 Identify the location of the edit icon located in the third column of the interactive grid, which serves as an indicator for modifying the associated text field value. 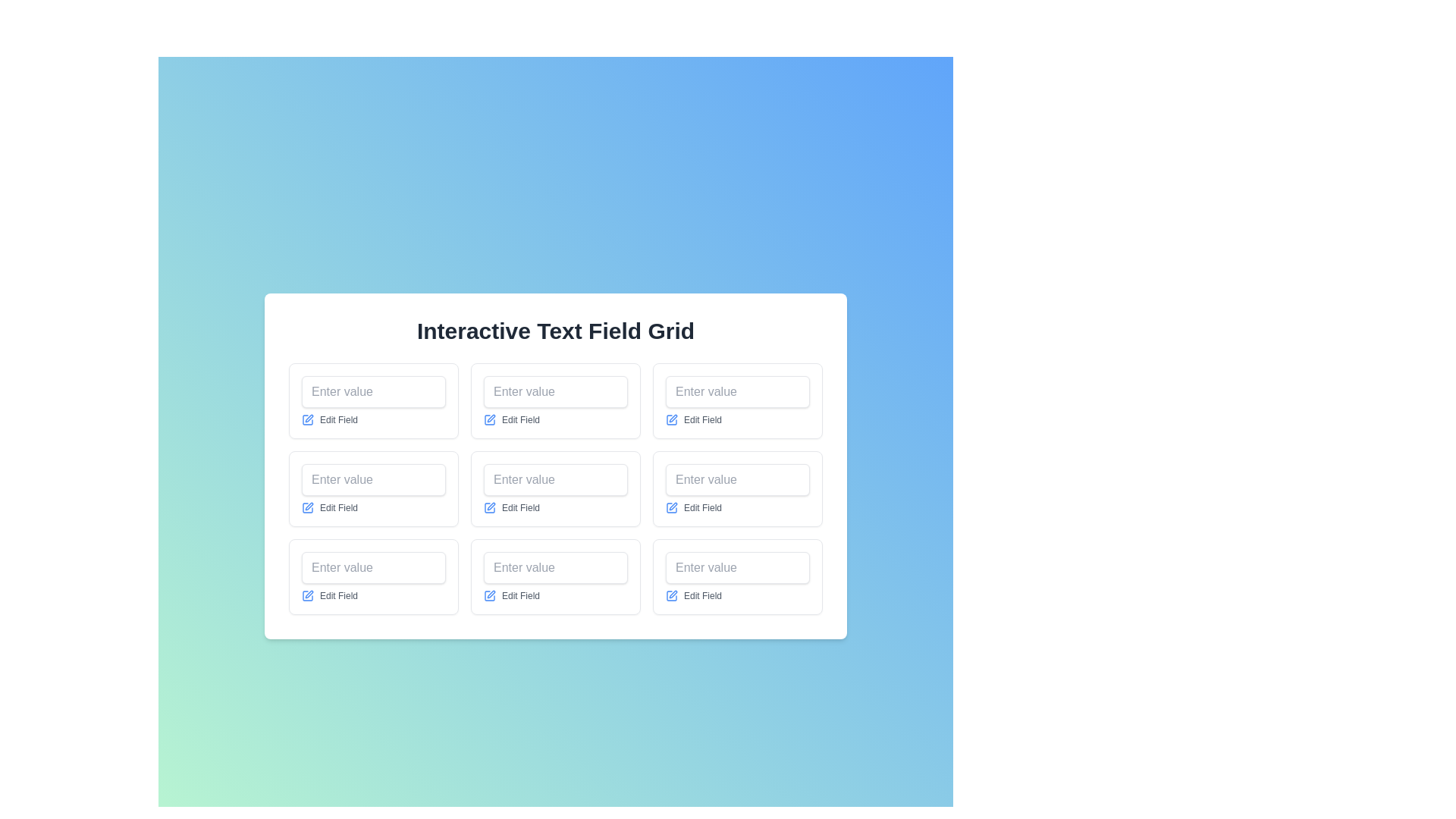
(673, 418).